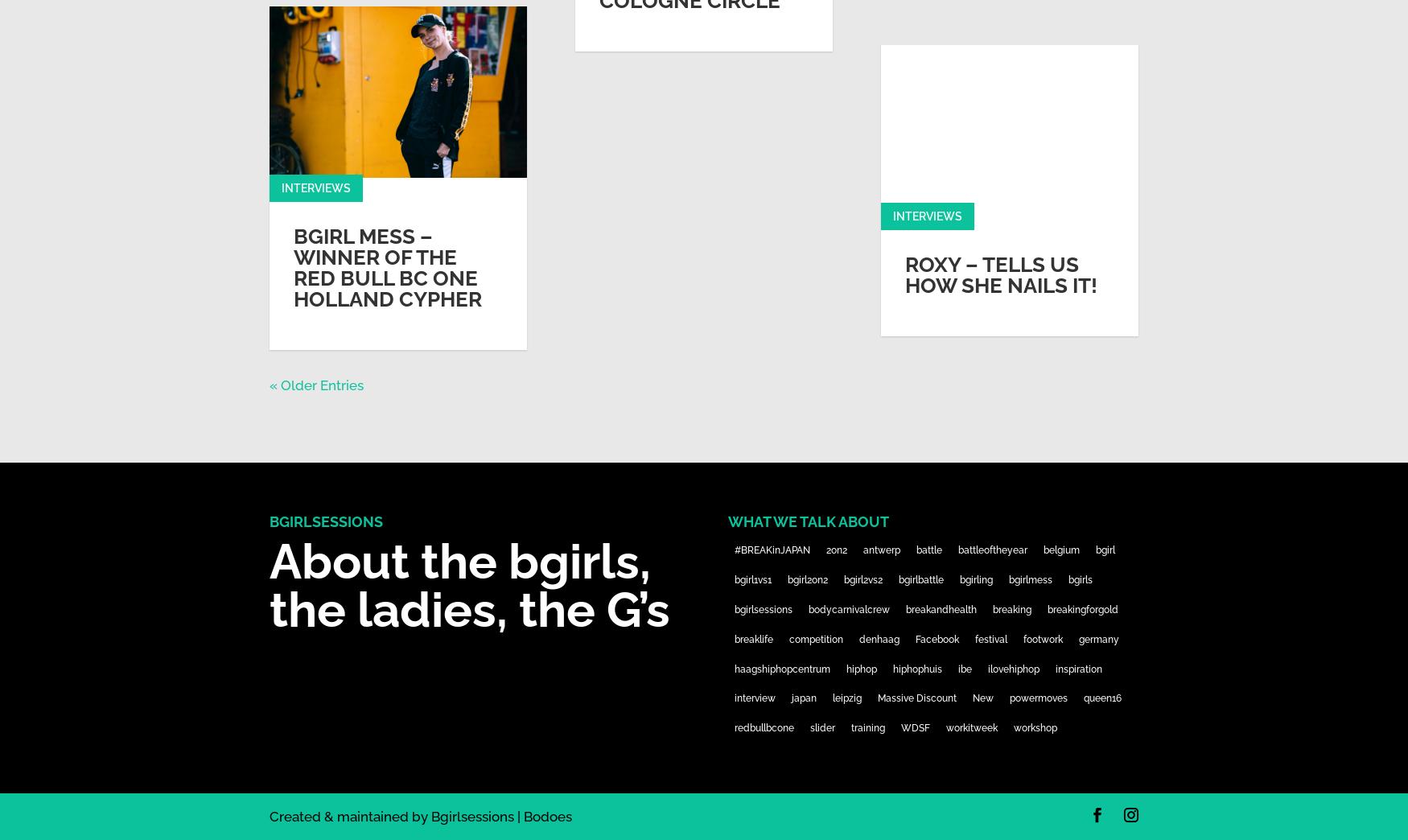  Describe the element at coordinates (732, 728) in the screenshot. I see `'redbullbcone'` at that location.